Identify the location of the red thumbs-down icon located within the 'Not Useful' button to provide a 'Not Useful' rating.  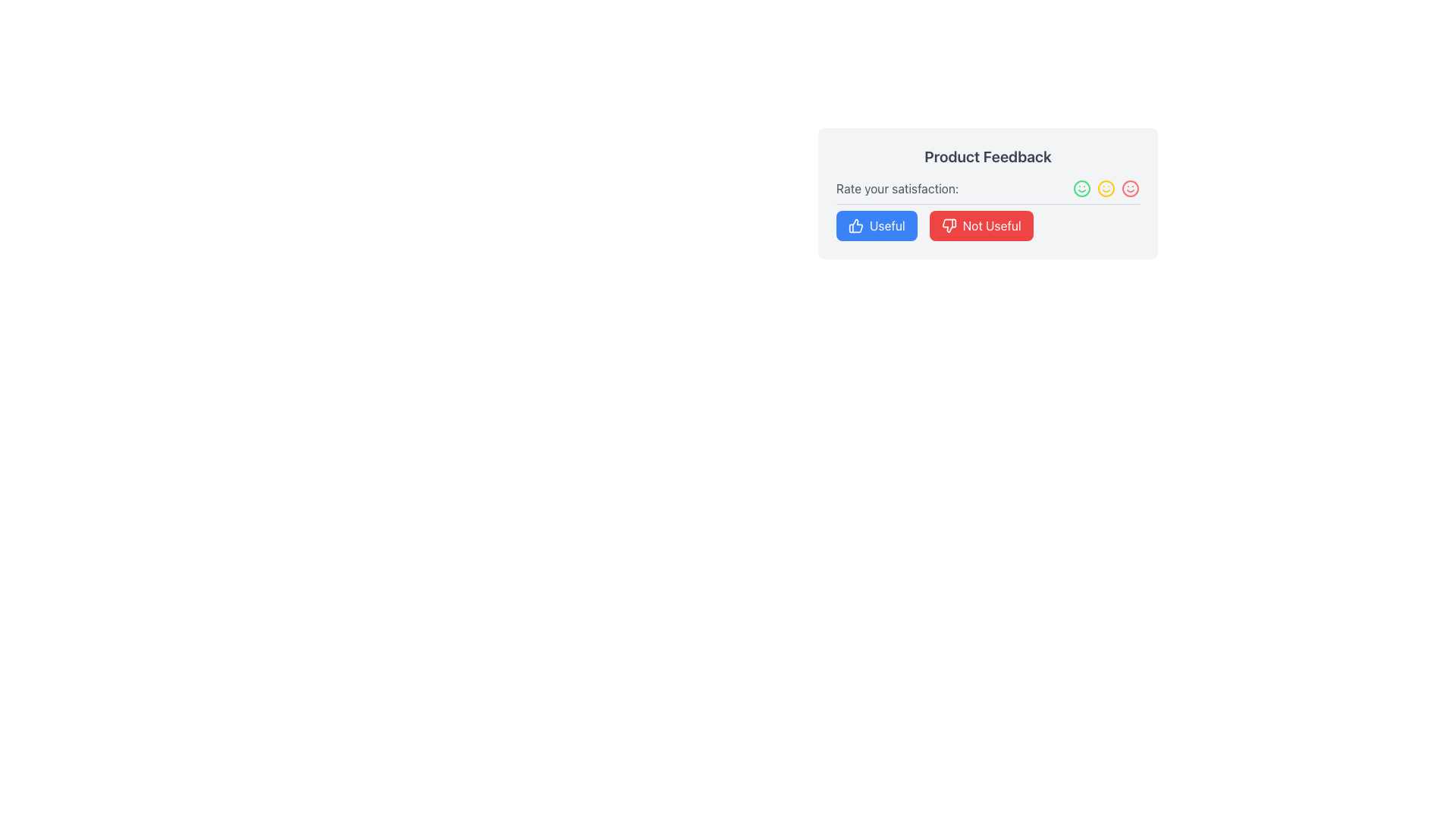
(948, 225).